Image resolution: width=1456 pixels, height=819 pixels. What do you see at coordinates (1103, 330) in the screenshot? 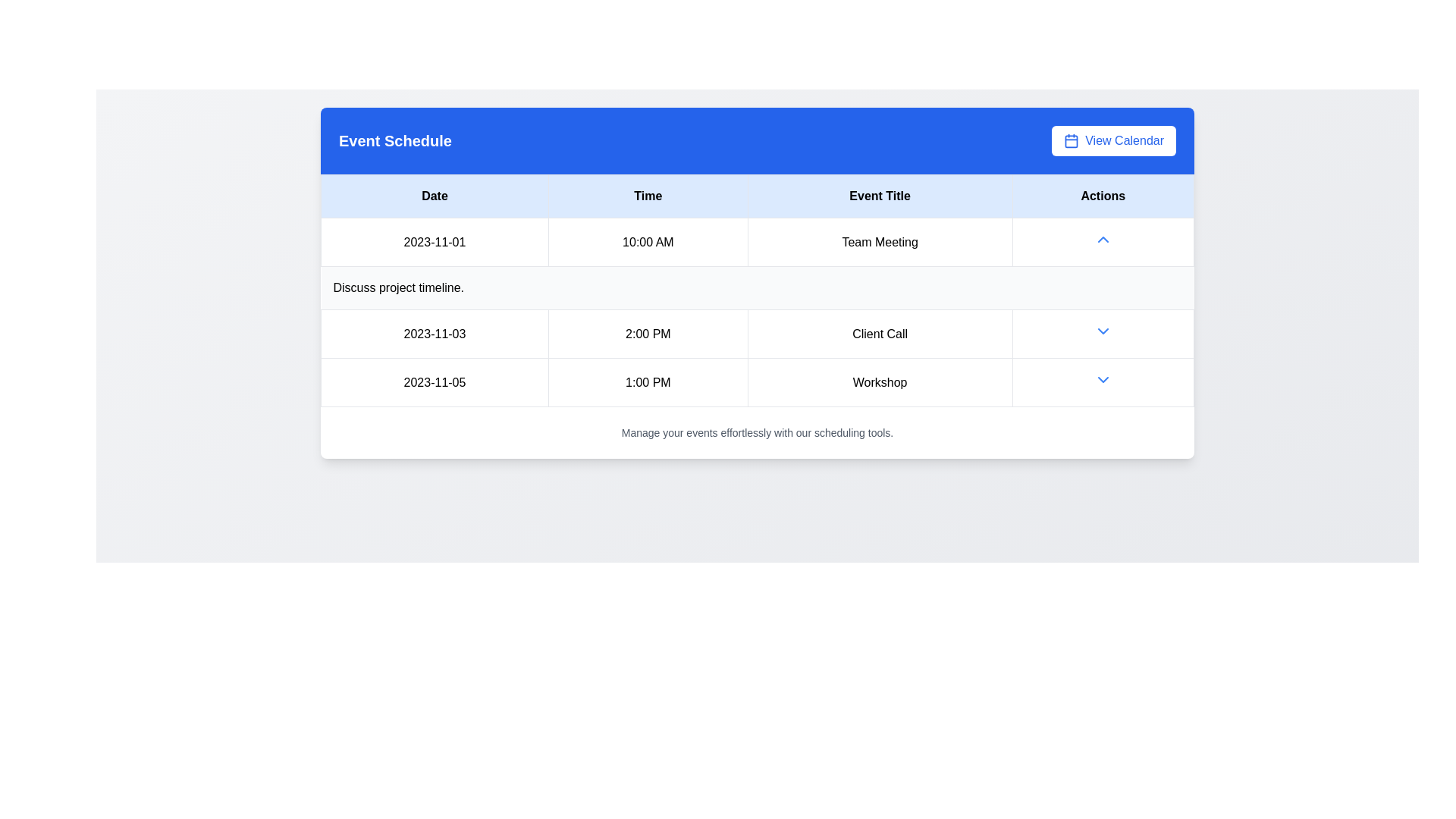
I see `the blue downward-pointing chevron icon button in the 'Actions' column of the event schedule table` at bounding box center [1103, 330].